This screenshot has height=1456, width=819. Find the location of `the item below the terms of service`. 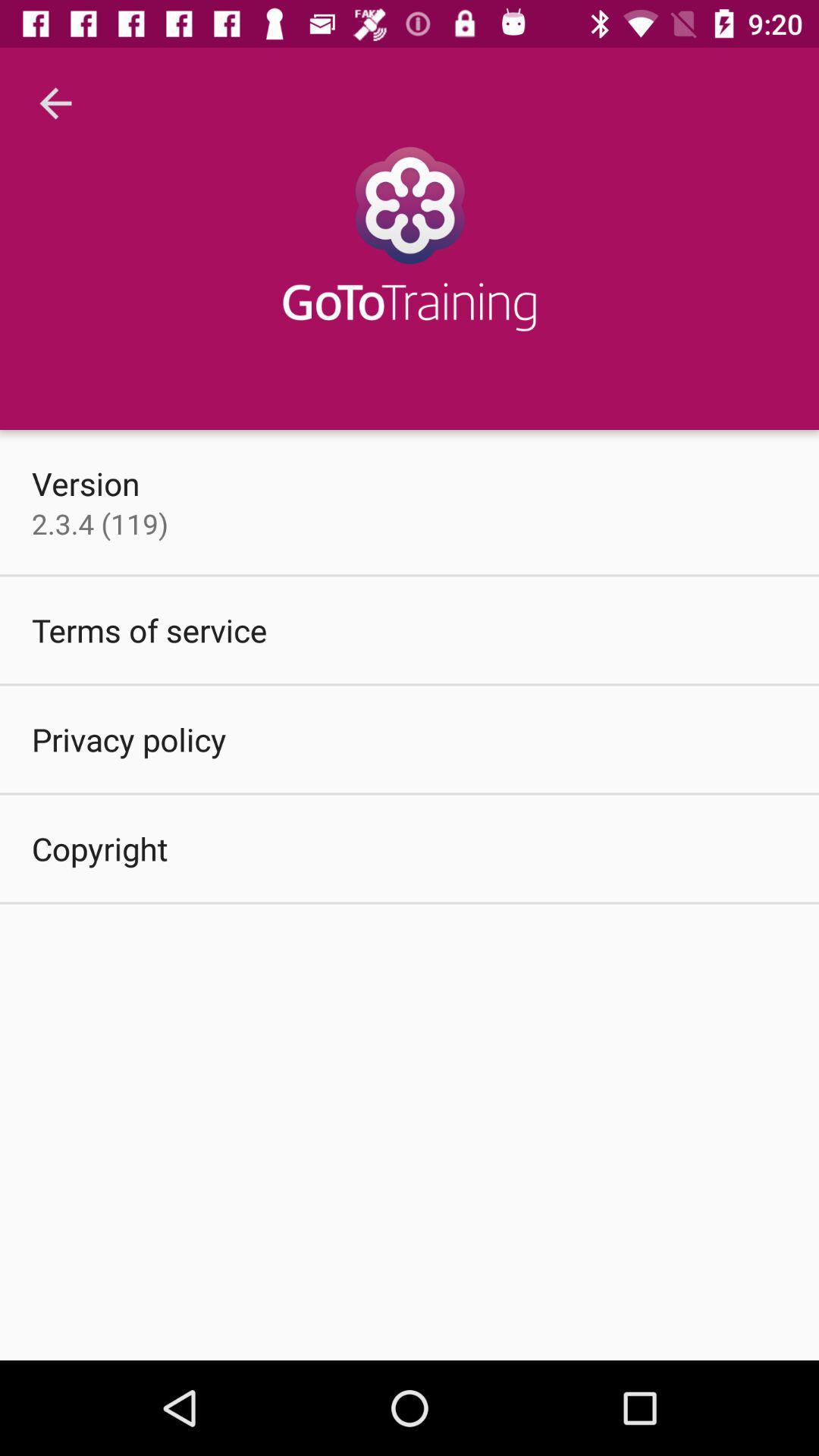

the item below the terms of service is located at coordinates (128, 739).